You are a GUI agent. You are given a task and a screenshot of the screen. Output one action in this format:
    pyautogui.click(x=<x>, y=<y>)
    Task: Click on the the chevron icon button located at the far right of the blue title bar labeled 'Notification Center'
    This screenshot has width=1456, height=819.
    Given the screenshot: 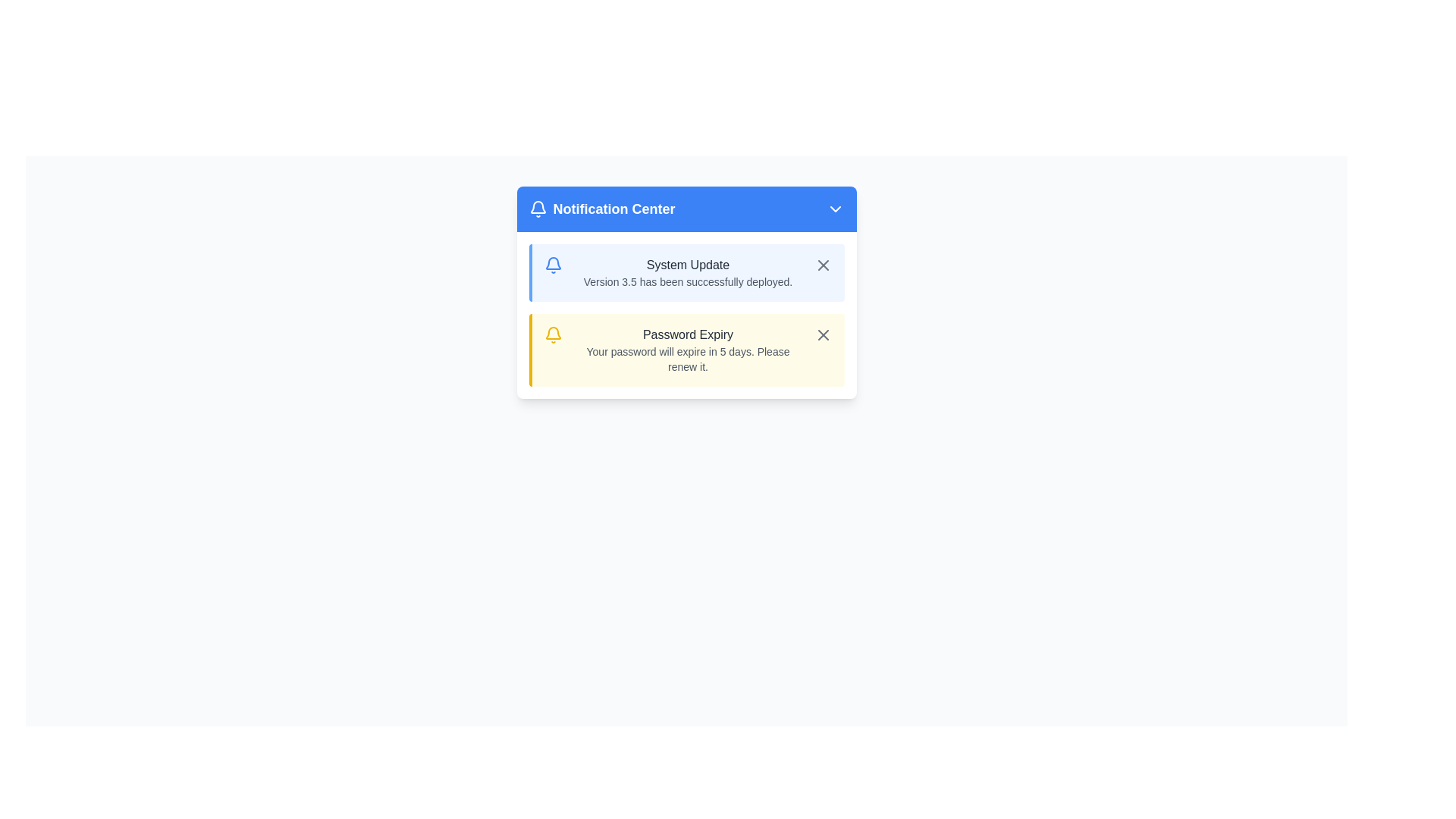 What is the action you would take?
    pyautogui.click(x=834, y=209)
    